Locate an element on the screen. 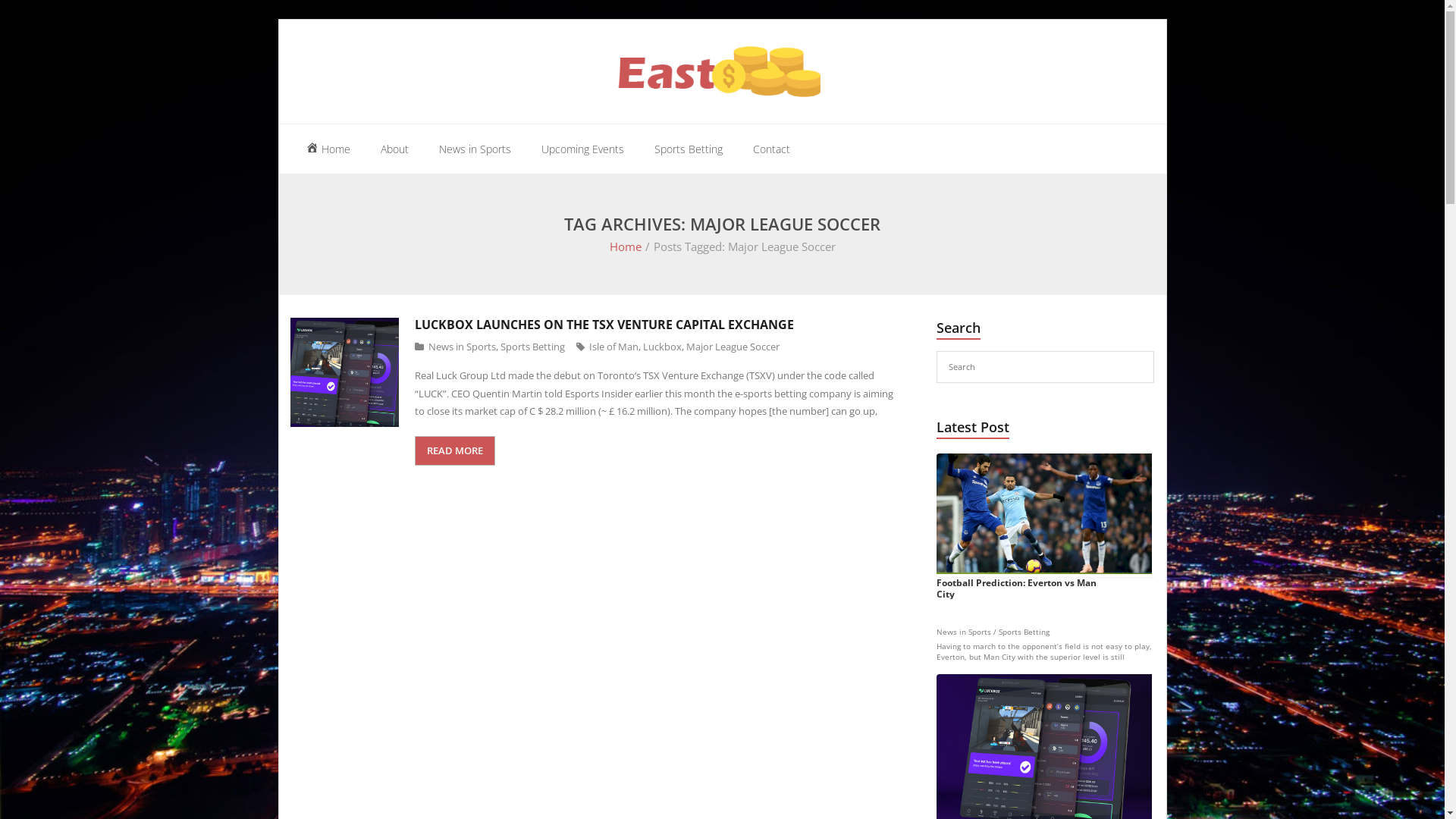 This screenshot has height=819, width=1456. 'News in Sports' is located at coordinates (474, 149).